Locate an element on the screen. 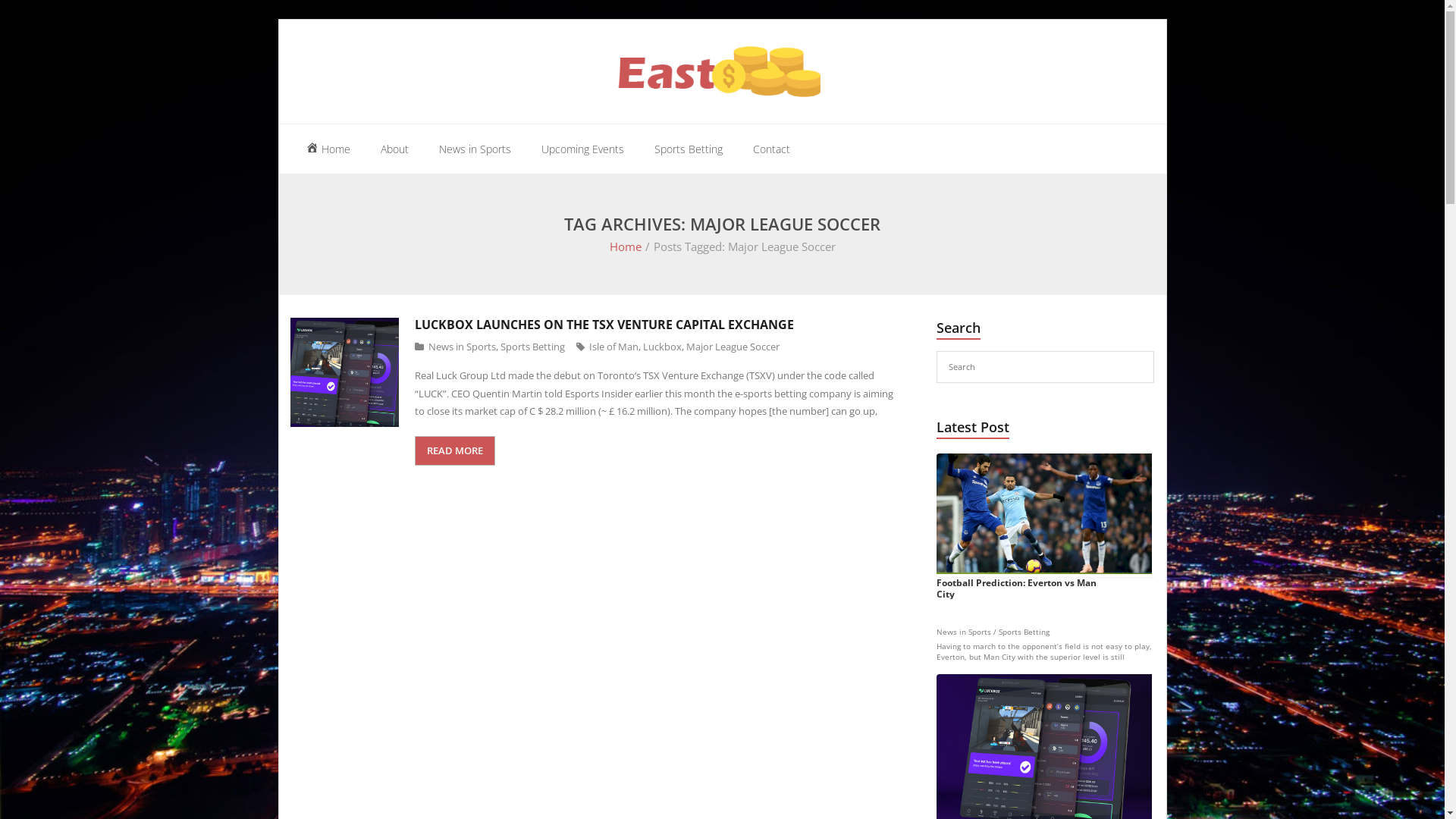 This screenshot has height=819, width=1456. 'News in Sports' is located at coordinates (474, 149).